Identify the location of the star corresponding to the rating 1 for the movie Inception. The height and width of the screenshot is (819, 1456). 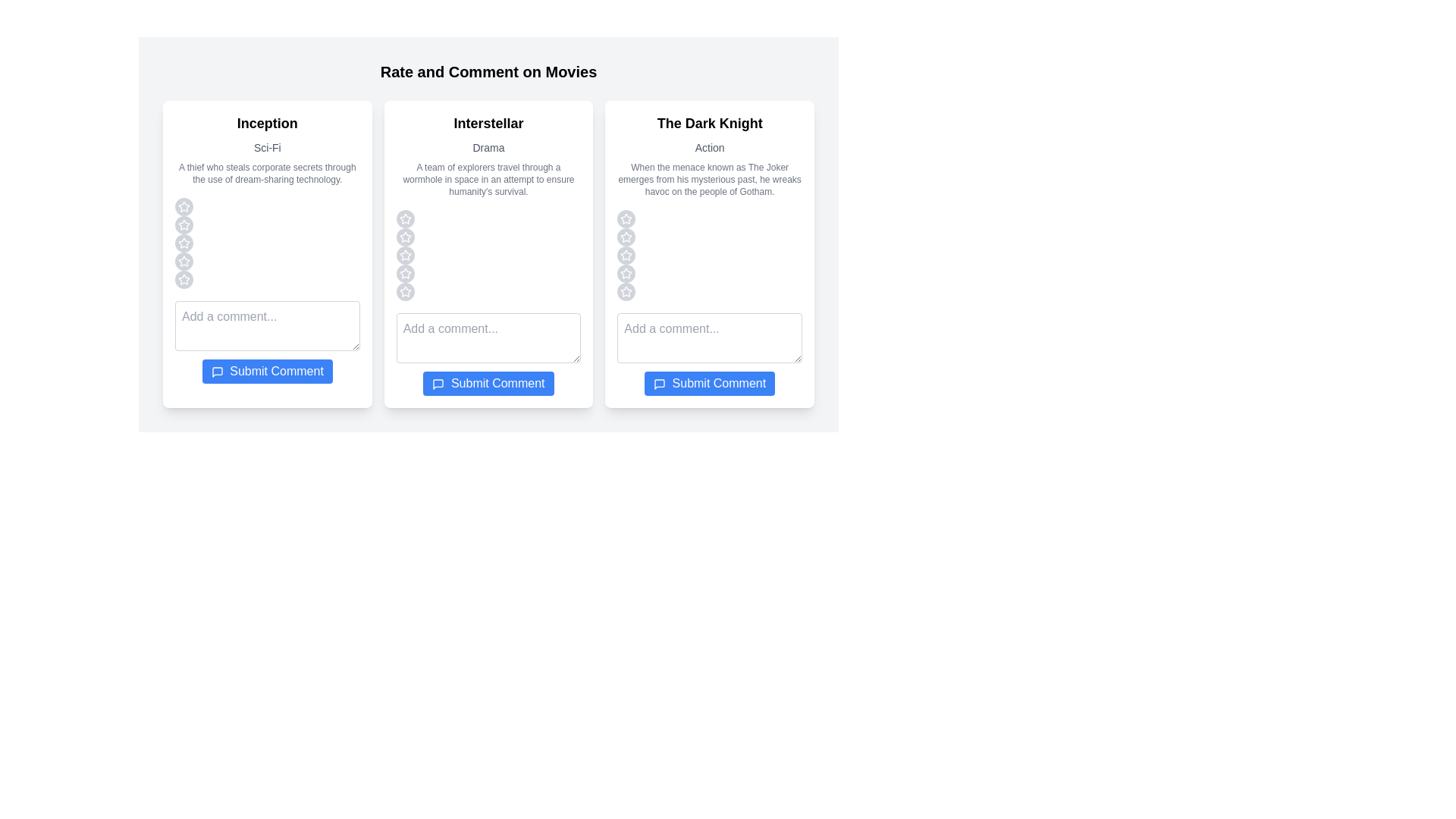
(184, 207).